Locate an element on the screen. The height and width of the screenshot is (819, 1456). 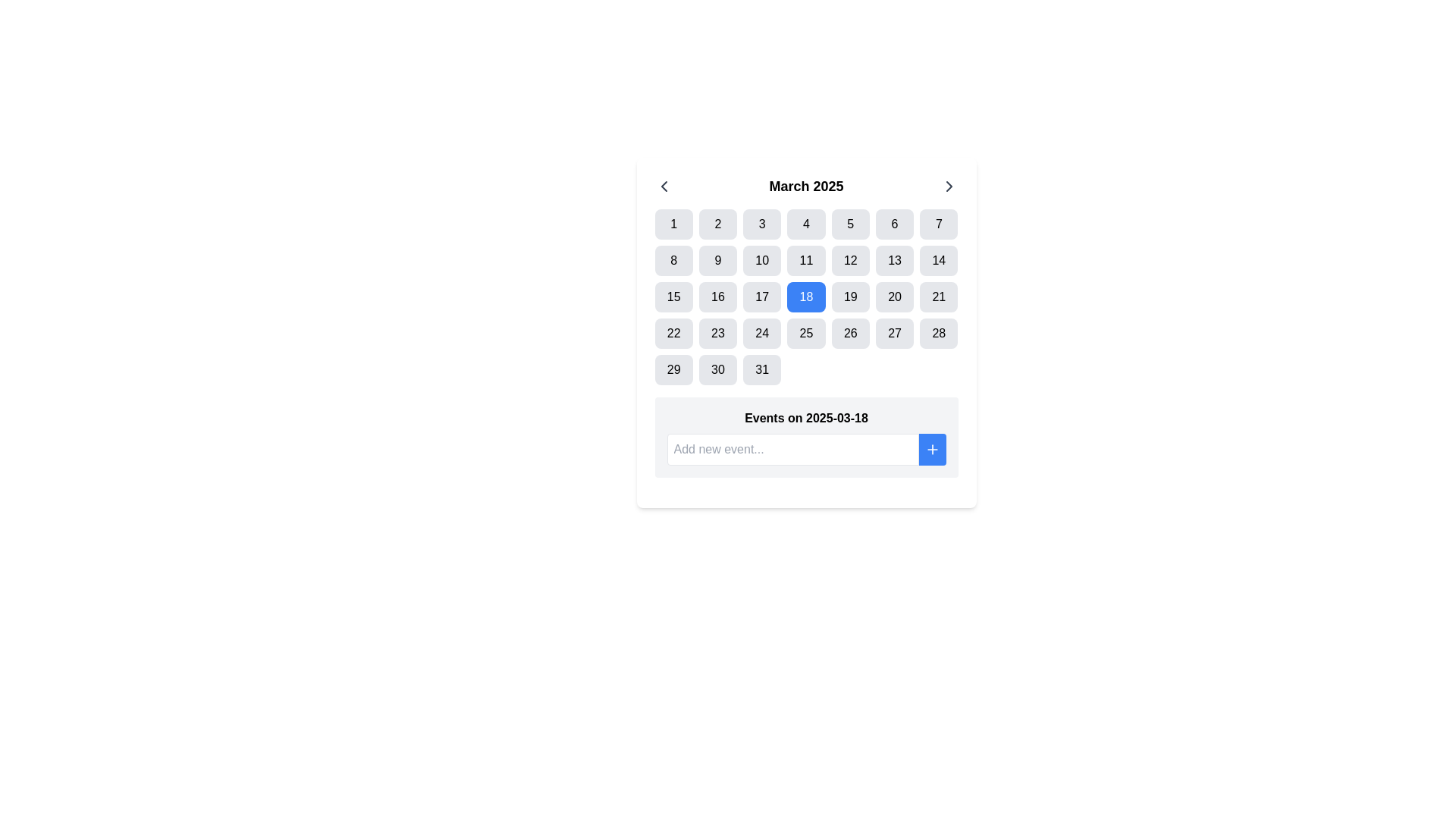
the small, rounded, rectangular button with a light gray background containing the numeral '2' is located at coordinates (717, 224).